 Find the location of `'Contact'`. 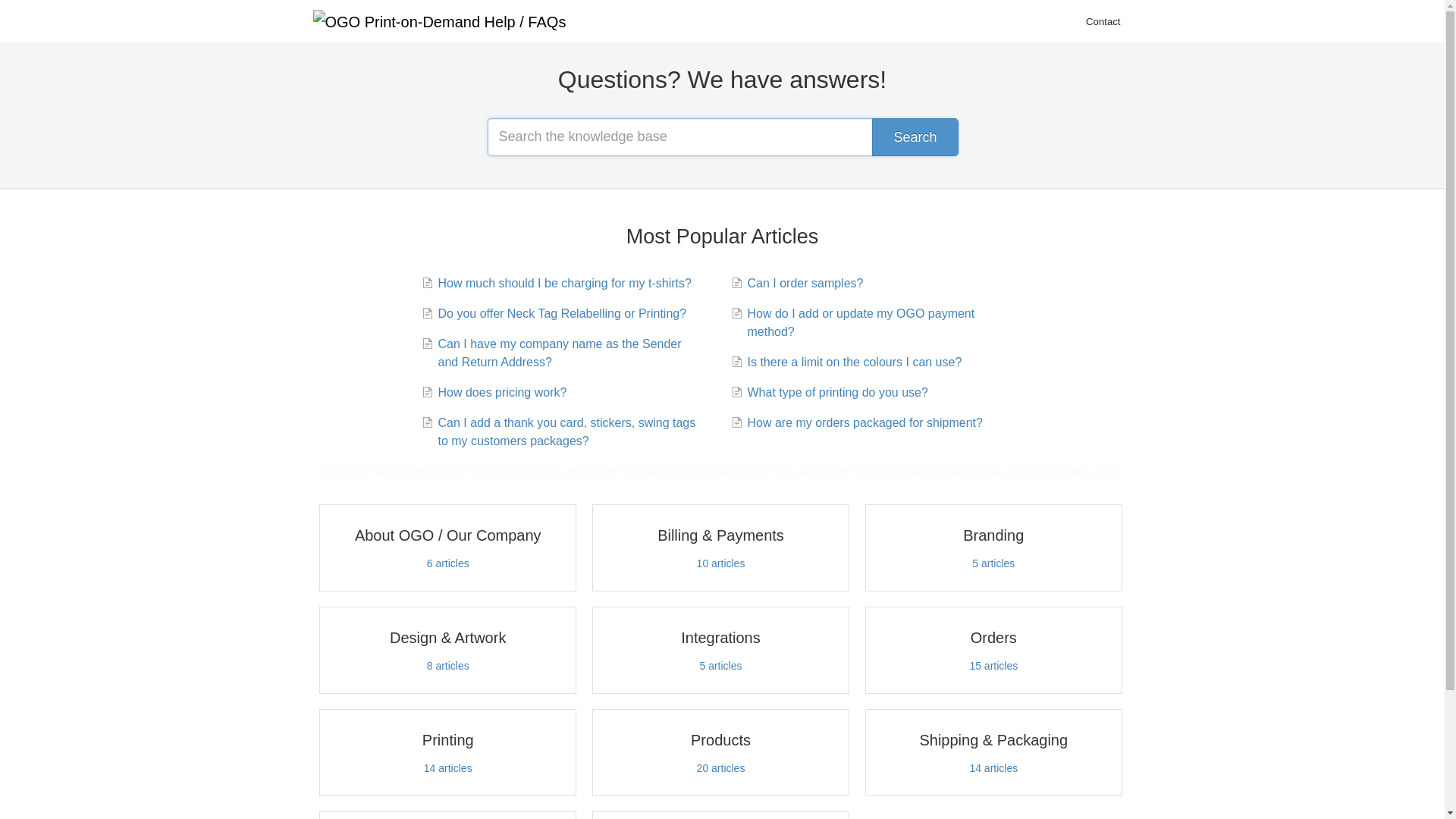

'Contact' is located at coordinates (1103, 22).